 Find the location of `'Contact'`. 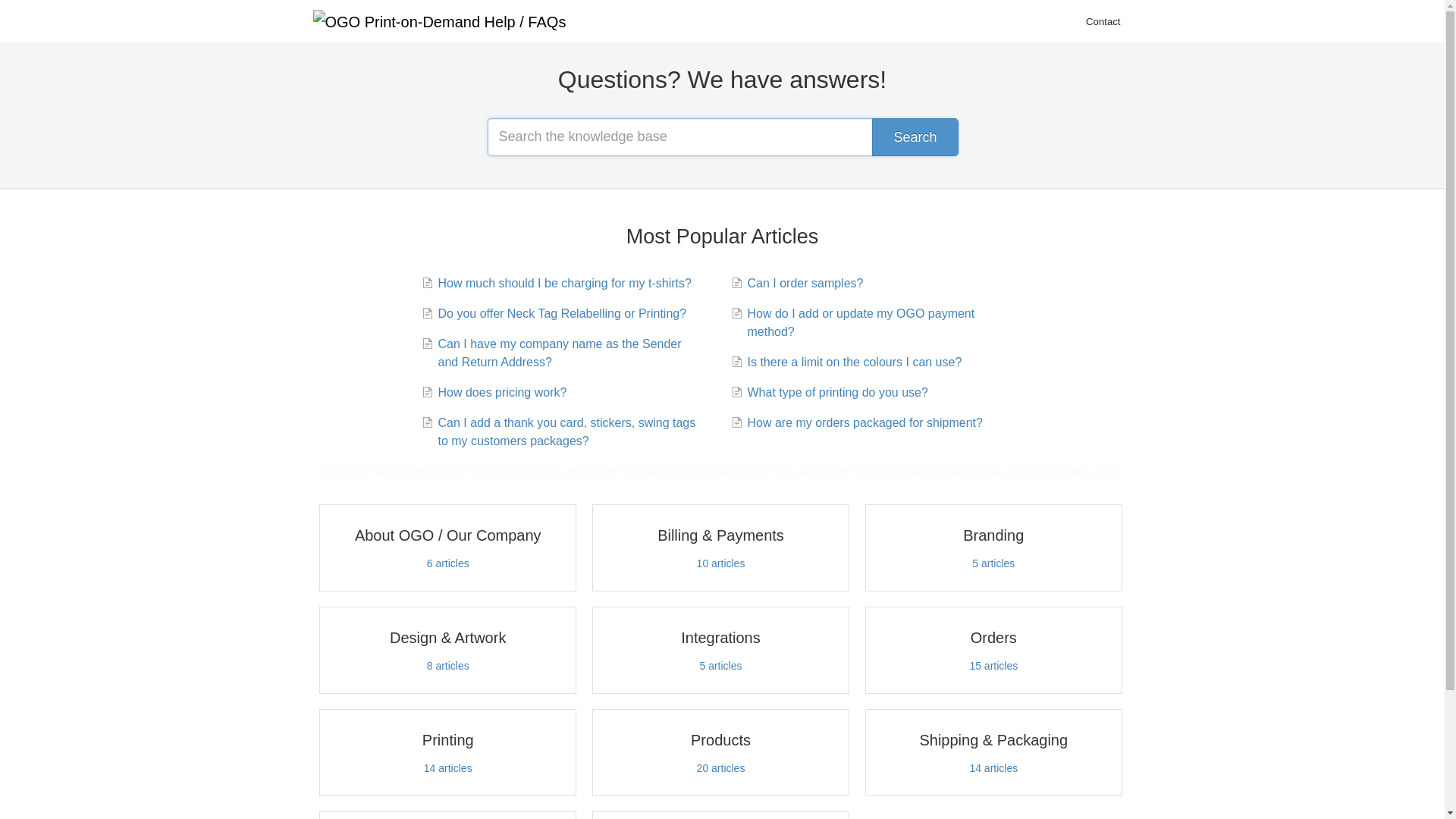

'Contact' is located at coordinates (1103, 22).